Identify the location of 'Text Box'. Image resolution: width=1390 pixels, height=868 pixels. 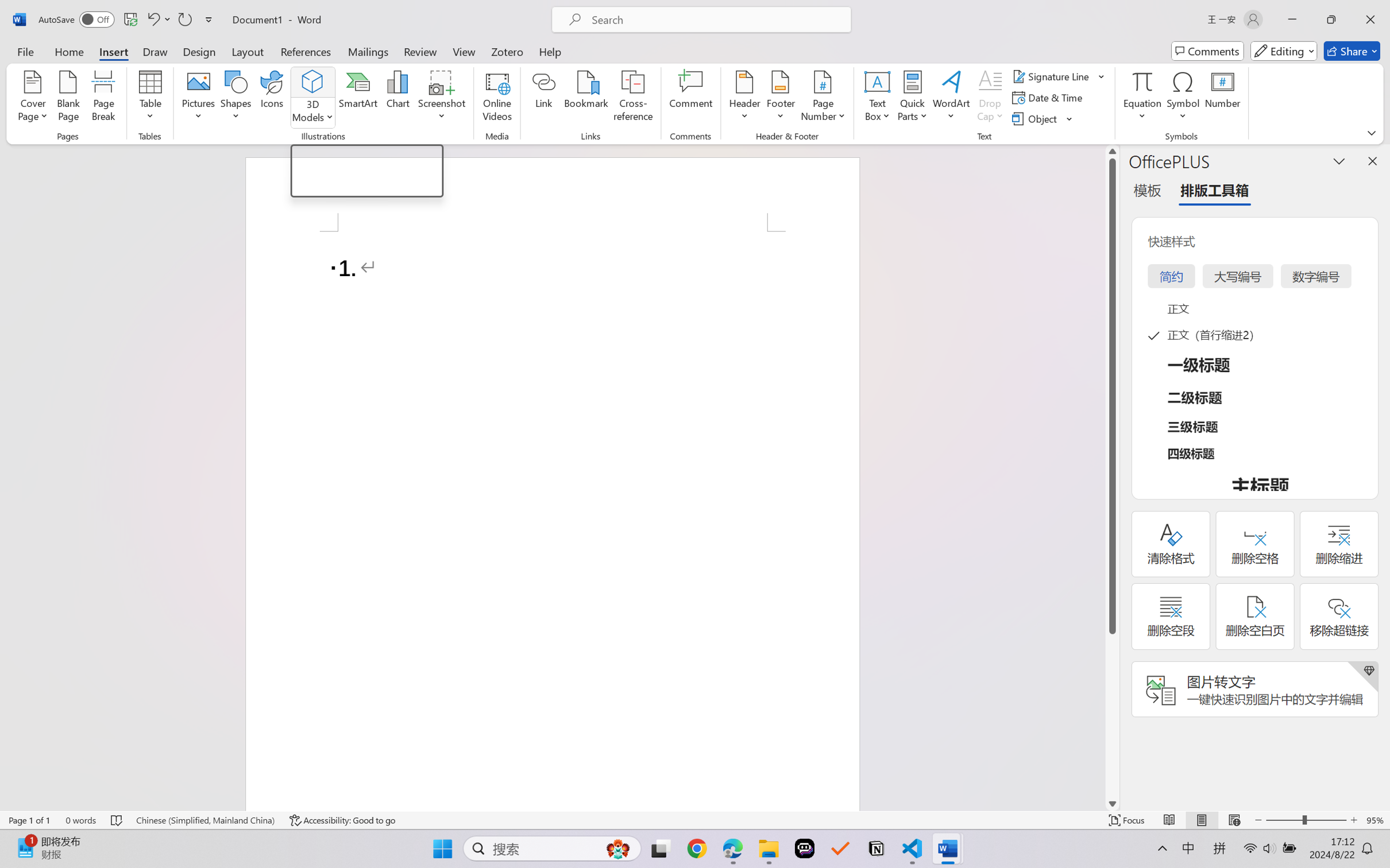
(877, 98).